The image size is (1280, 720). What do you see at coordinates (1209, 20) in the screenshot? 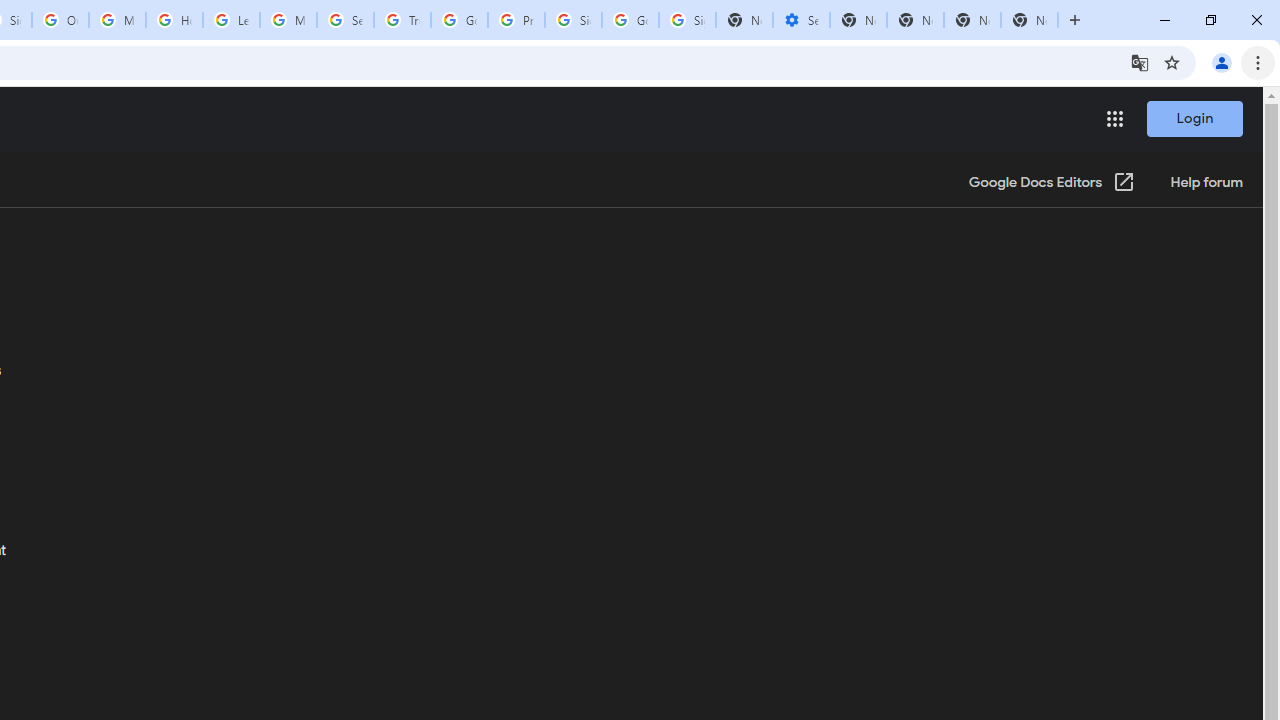
I see `'Restore'` at bounding box center [1209, 20].